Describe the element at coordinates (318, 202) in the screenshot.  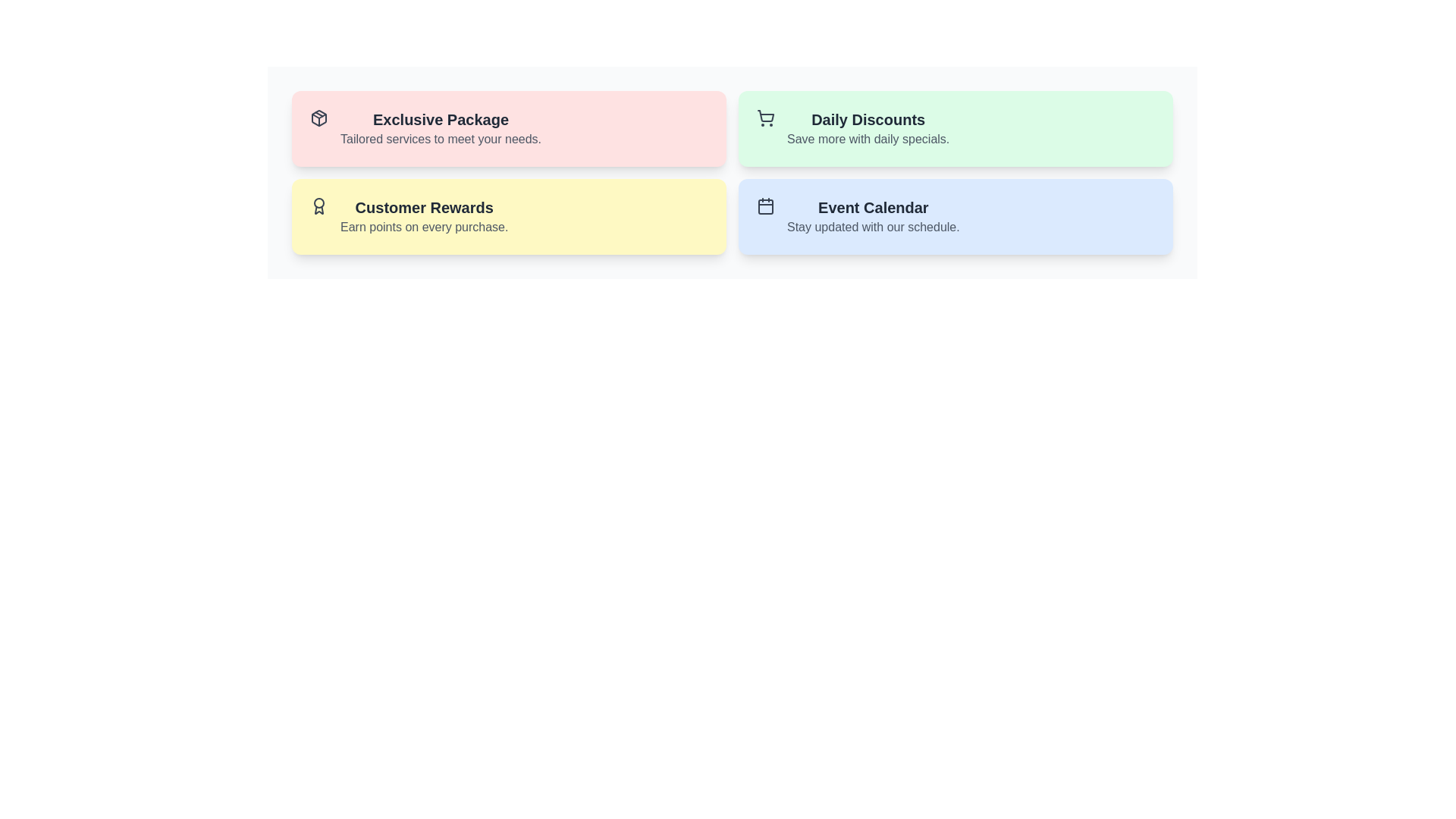
I see `the decorative circle component within the SVG graphic representing the top part of an award icon, symbolizing achievement or recognition` at that location.